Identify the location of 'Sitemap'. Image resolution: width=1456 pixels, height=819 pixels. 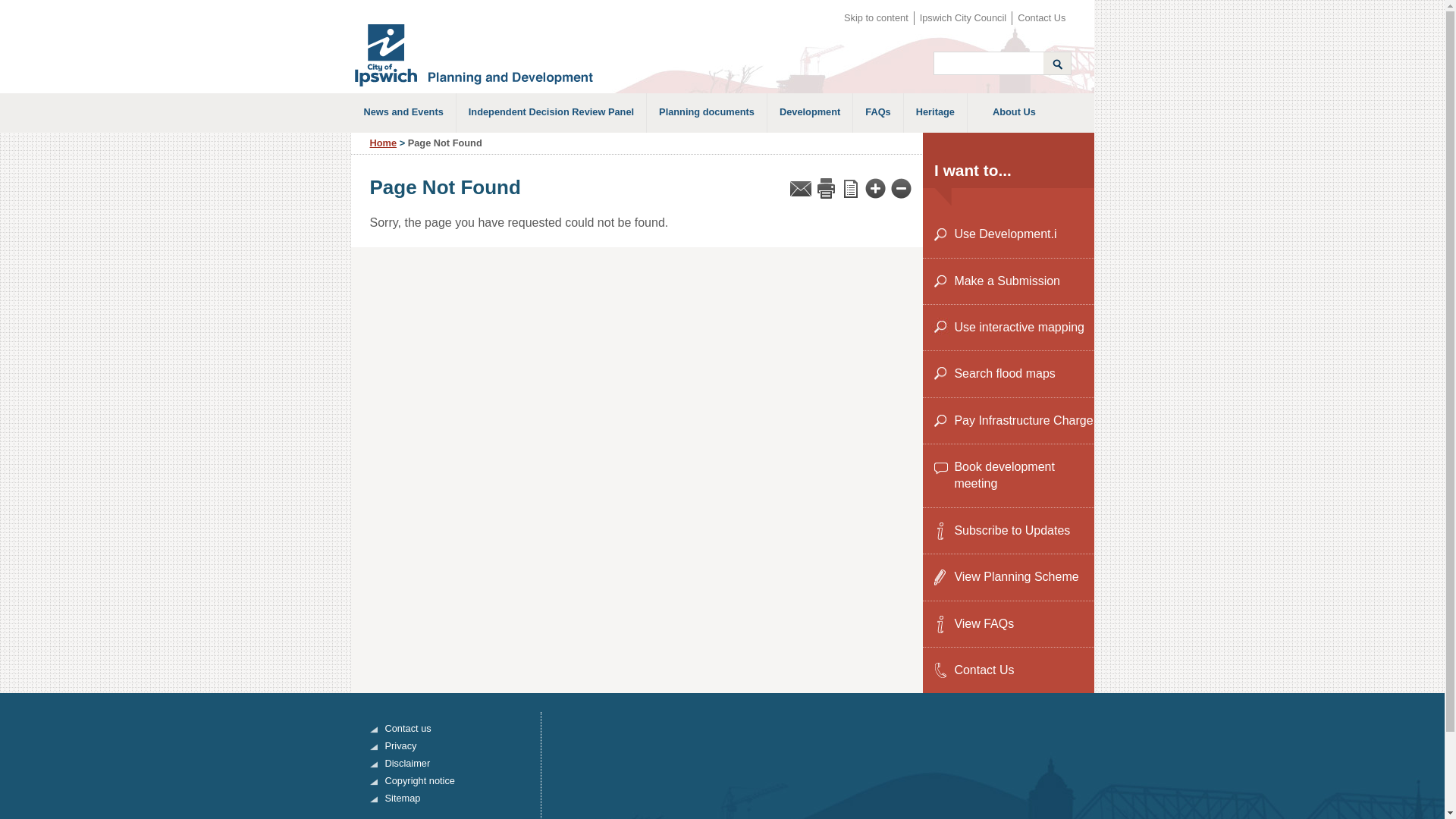
(385, 798).